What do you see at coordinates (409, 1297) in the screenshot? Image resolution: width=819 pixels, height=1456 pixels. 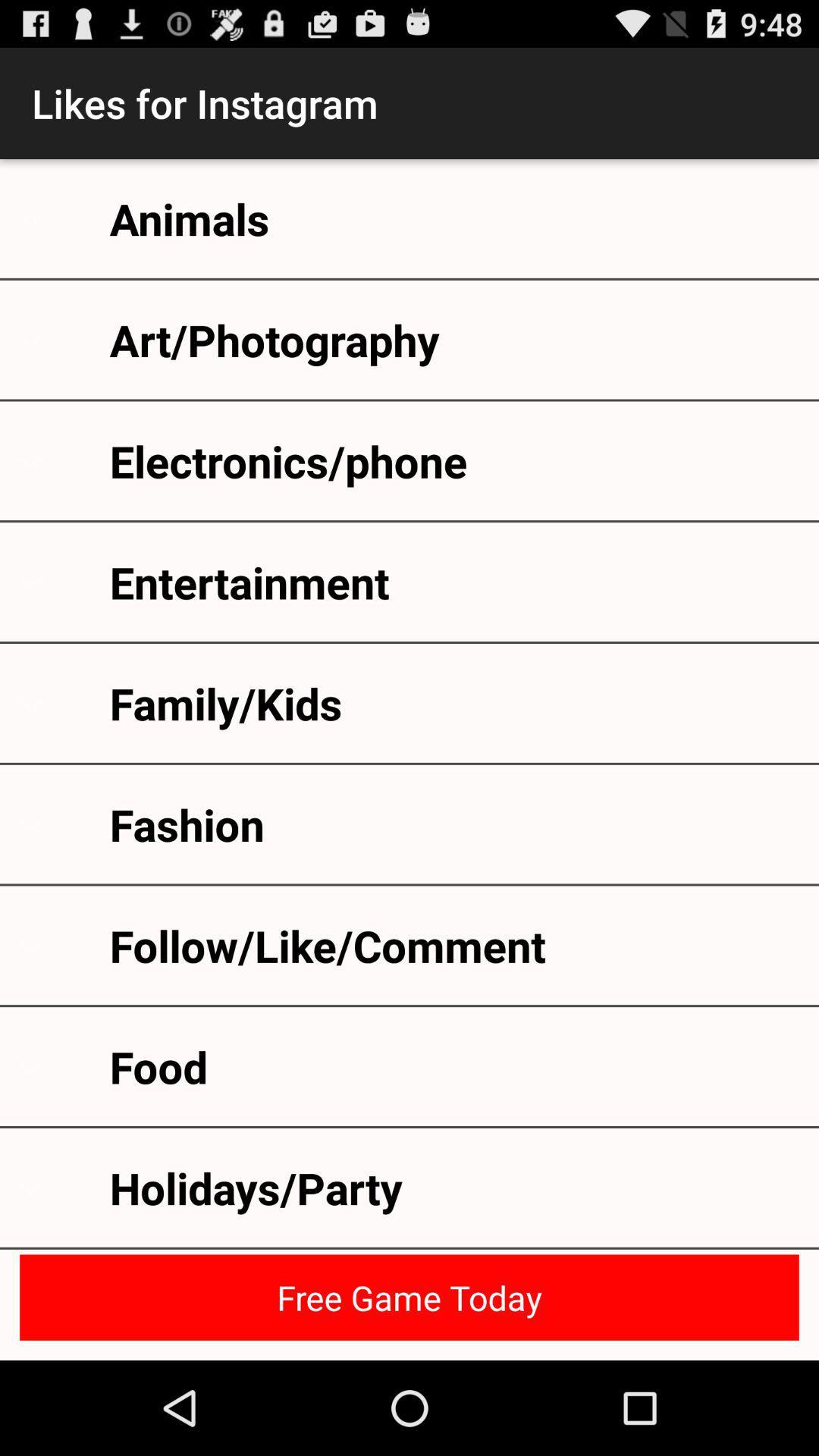 I see `the icon below the holidays/party icon` at bounding box center [409, 1297].